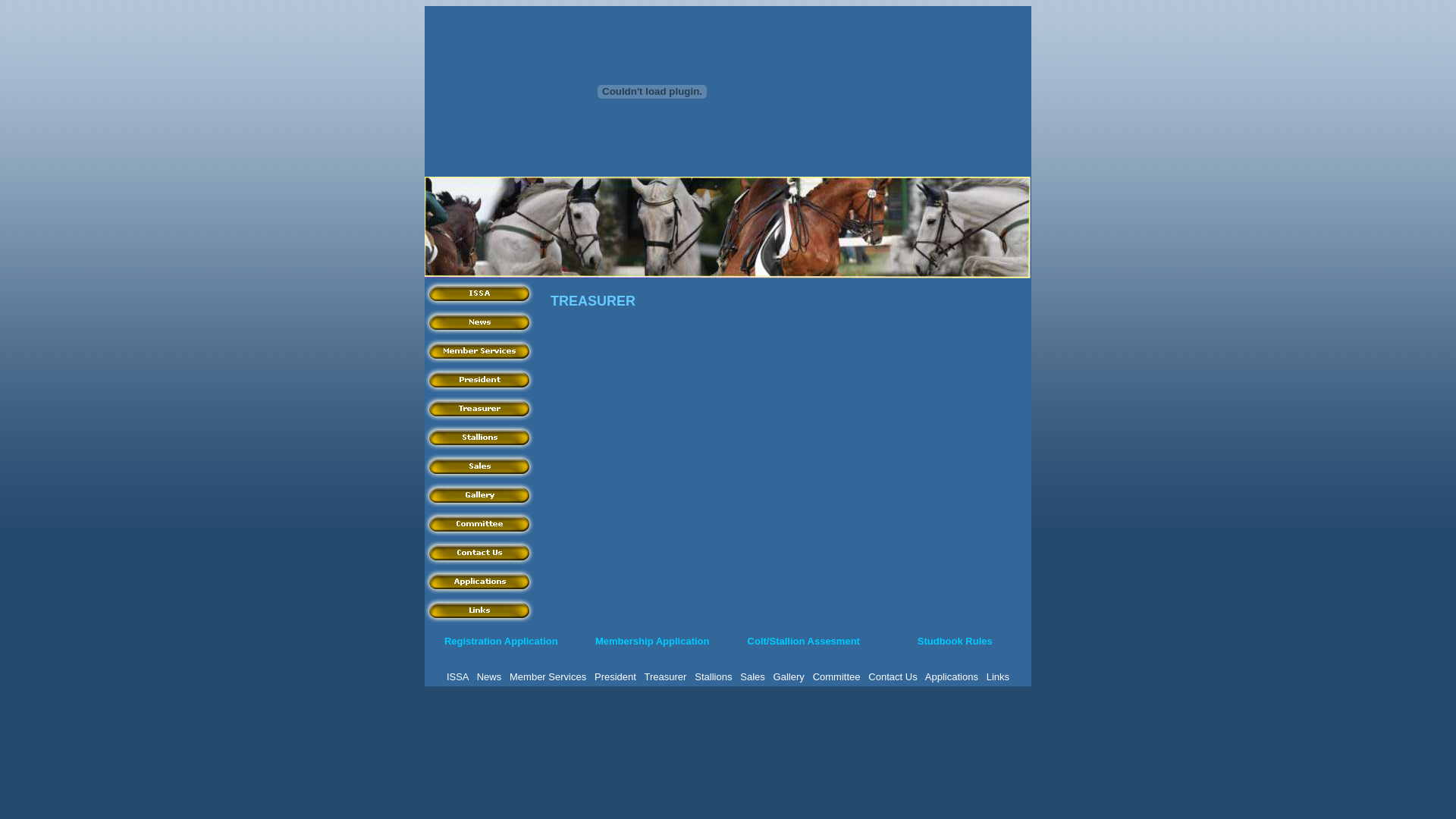 Image resolution: width=1456 pixels, height=819 pixels. Describe the element at coordinates (803, 641) in the screenshot. I see `'Colt/Stallion Assesment'` at that location.